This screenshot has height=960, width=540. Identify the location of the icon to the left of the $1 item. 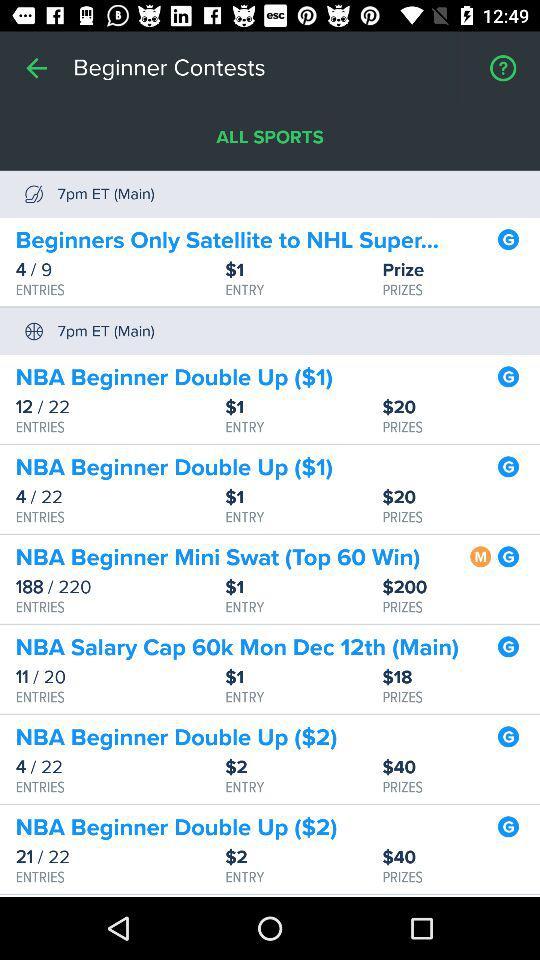
(120, 677).